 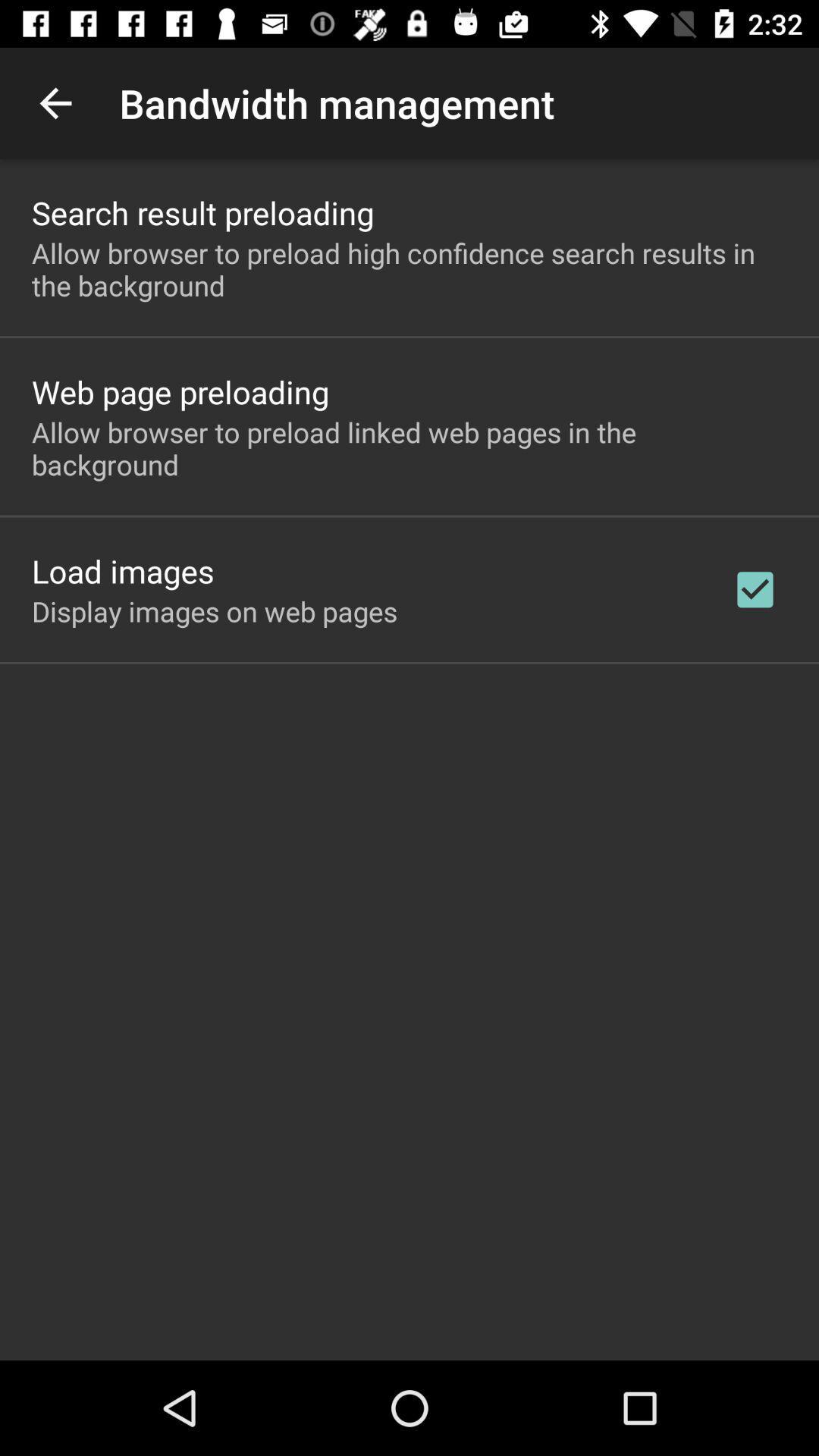 I want to click on the item above search result preloading icon, so click(x=55, y=102).